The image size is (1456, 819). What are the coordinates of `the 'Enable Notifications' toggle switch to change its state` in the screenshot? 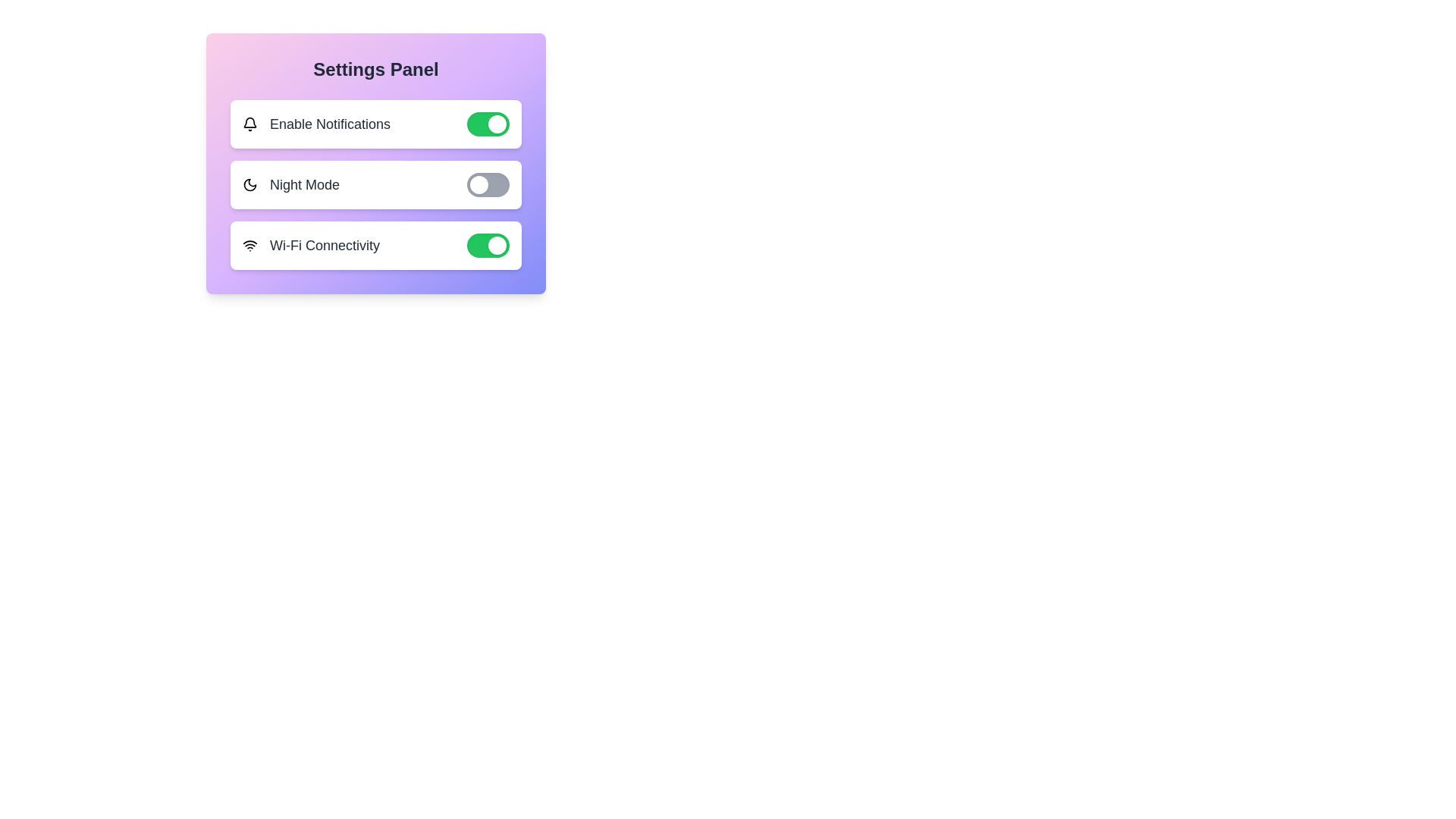 It's located at (488, 124).